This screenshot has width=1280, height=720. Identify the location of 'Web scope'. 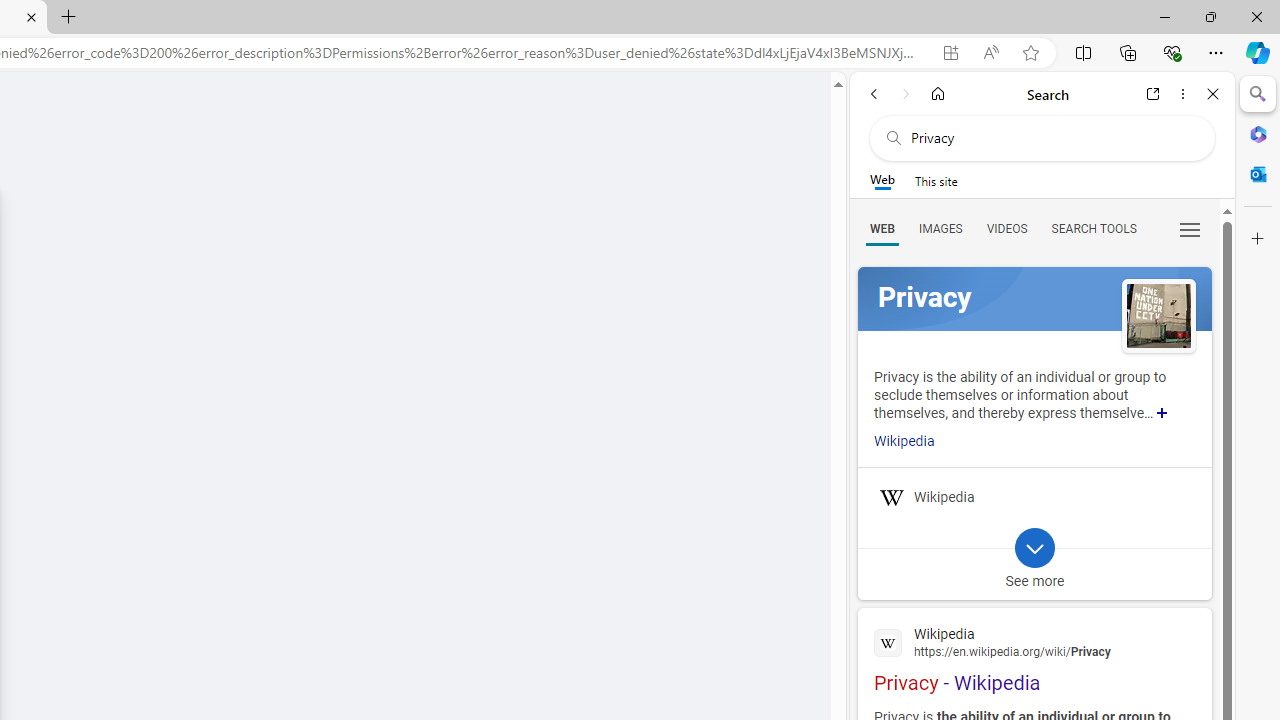
(881, 180).